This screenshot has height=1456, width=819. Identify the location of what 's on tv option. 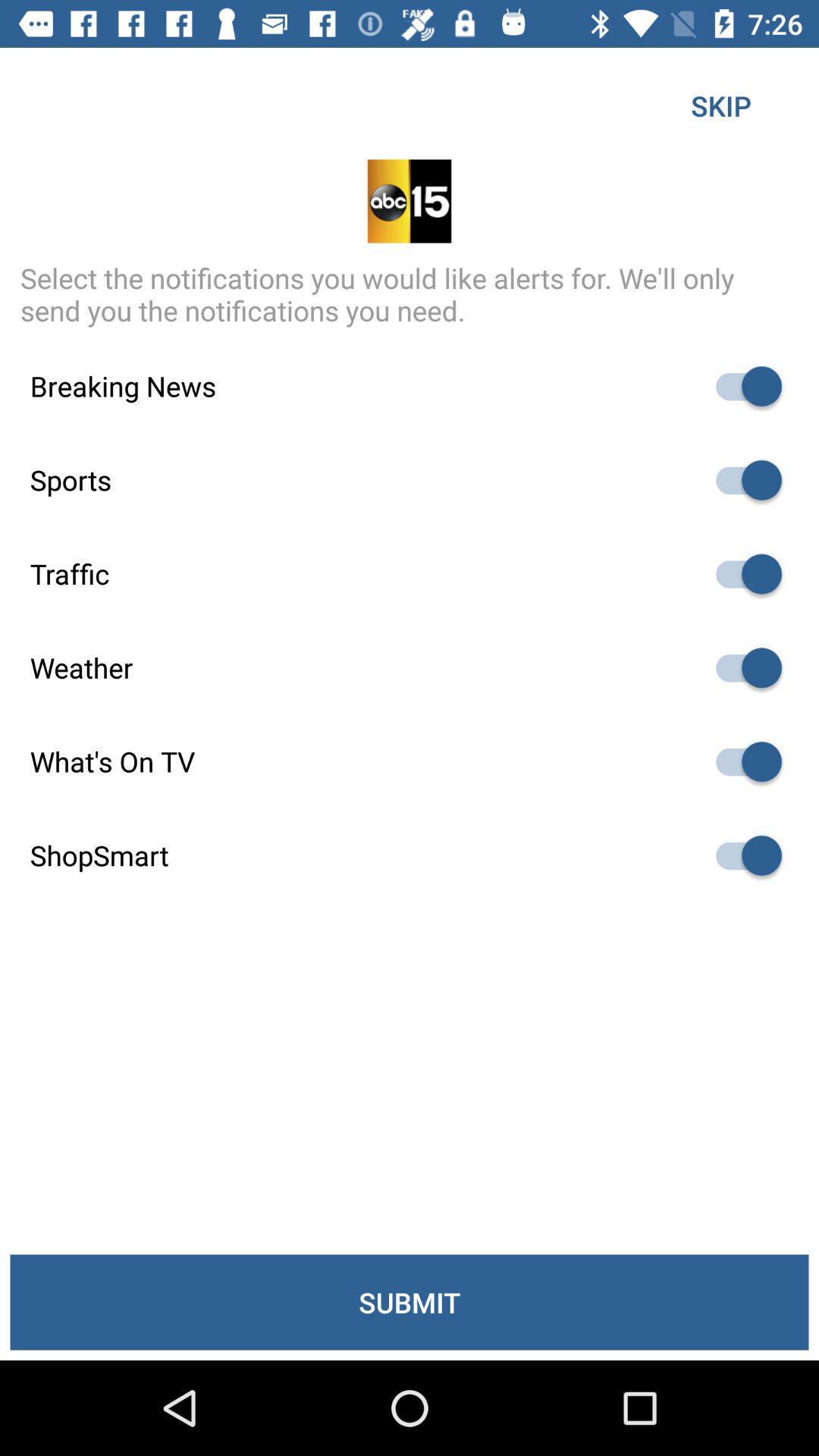
(741, 761).